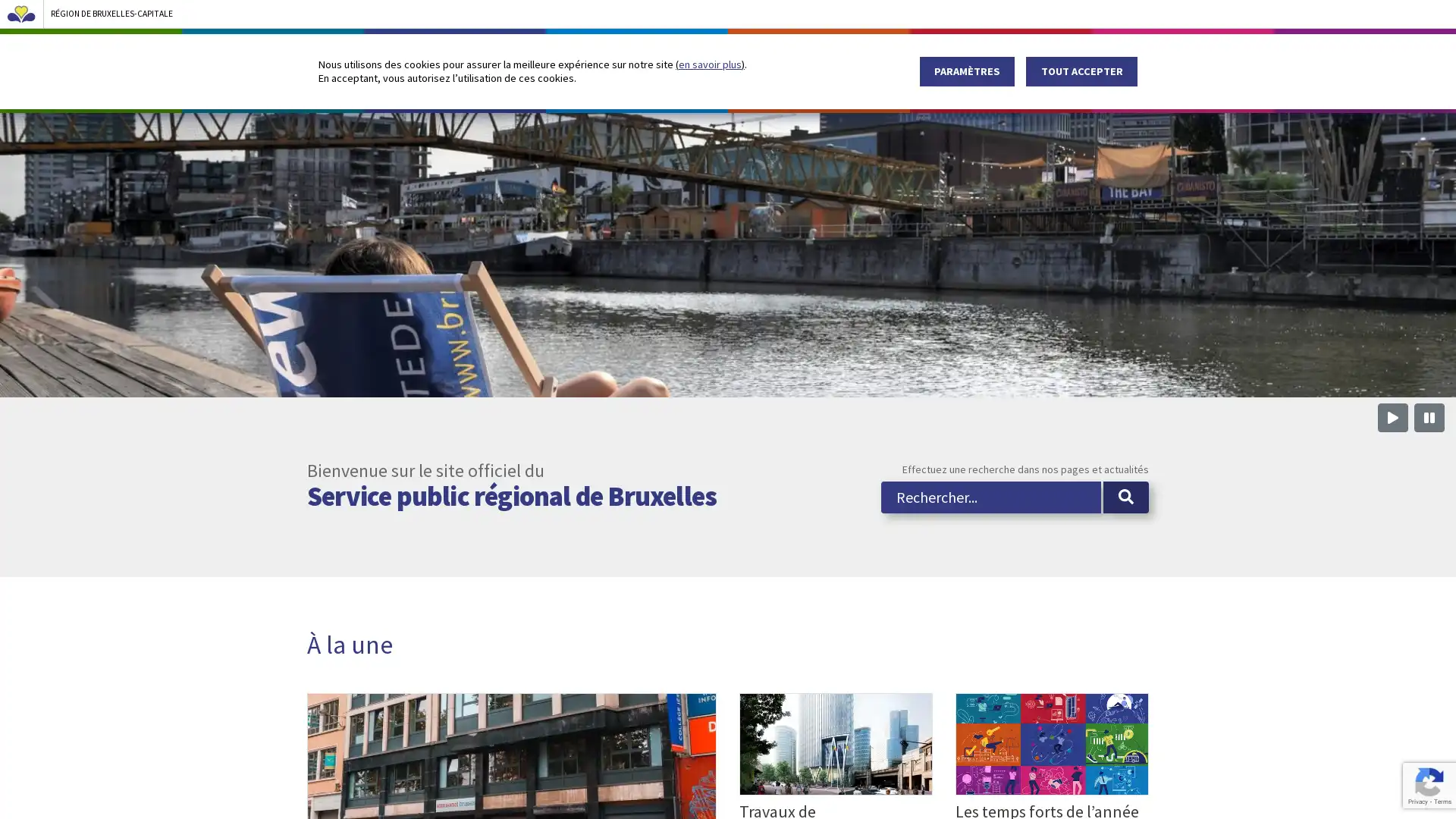 Image resolution: width=1456 pixels, height=819 pixels. Describe the element at coordinates (1393, 461) in the screenshot. I see `Demarrer le diaporama` at that location.